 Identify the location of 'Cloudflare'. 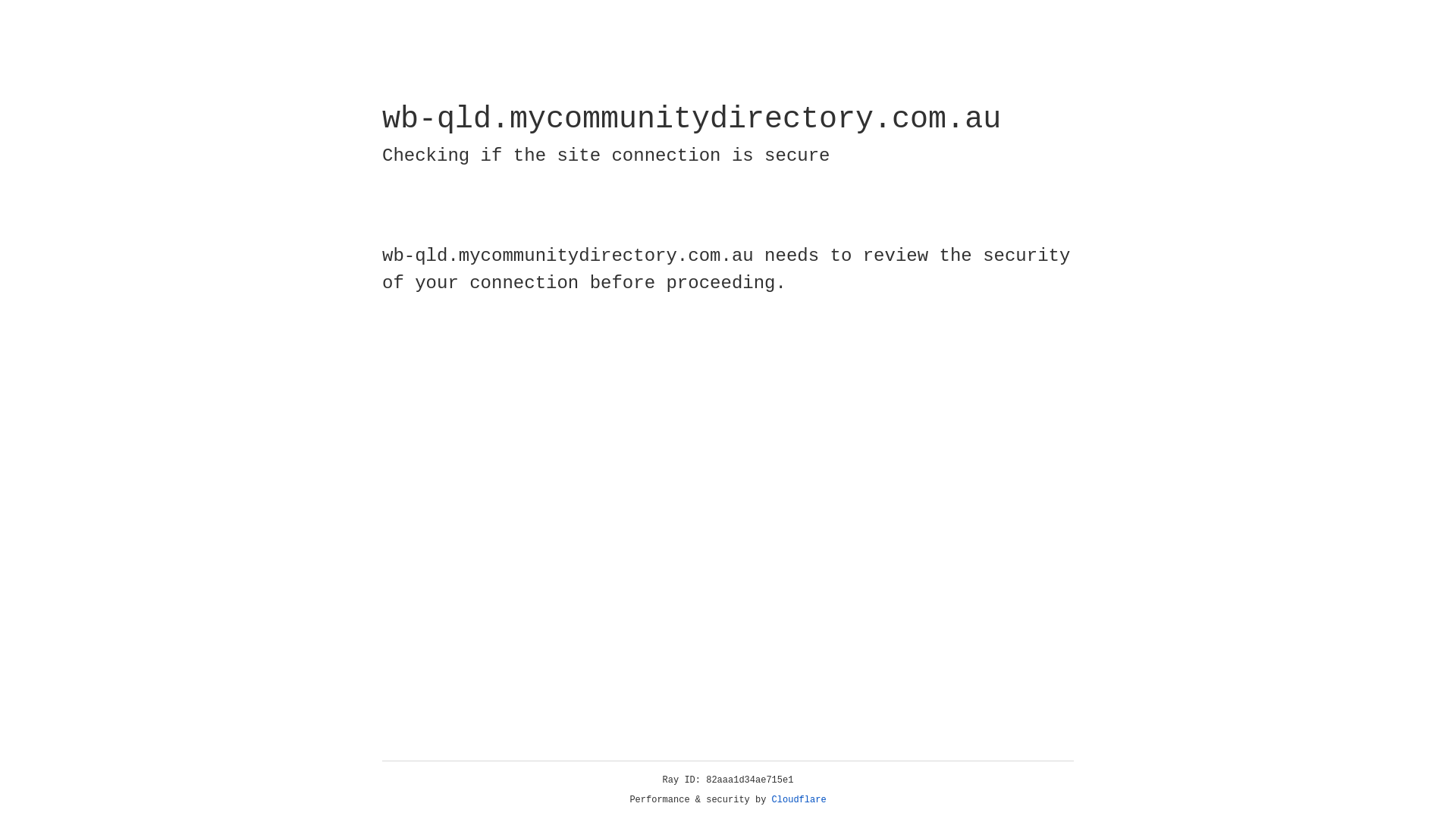
(771, 799).